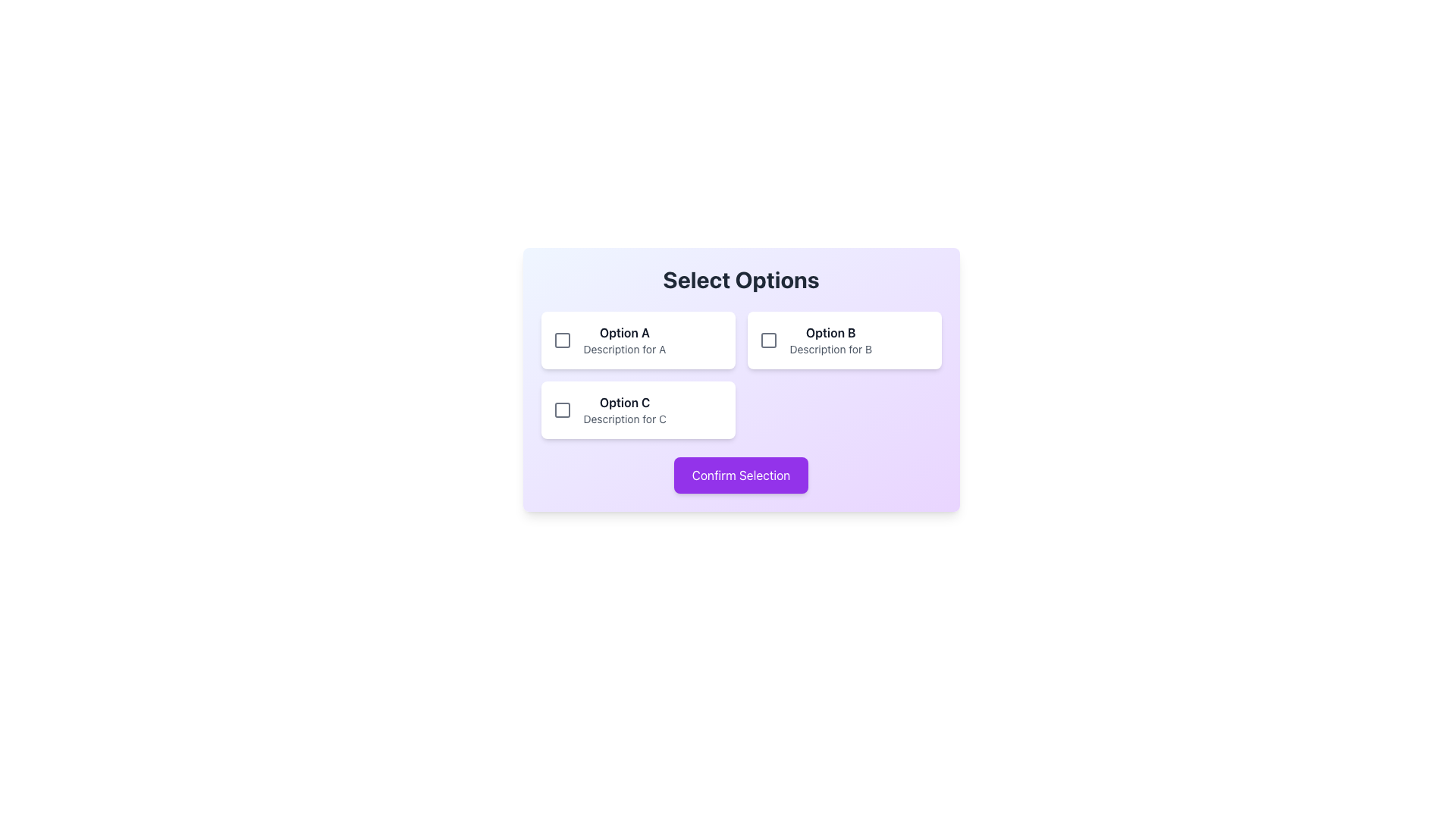 This screenshot has width=1456, height=819. What do you see at coordinates (625, 409) in the screenshot?
I see `the informational display text located in the bottom-left corner of the selectable card interface, specifically the third card in the selection group` at bounding box center [625, 409].